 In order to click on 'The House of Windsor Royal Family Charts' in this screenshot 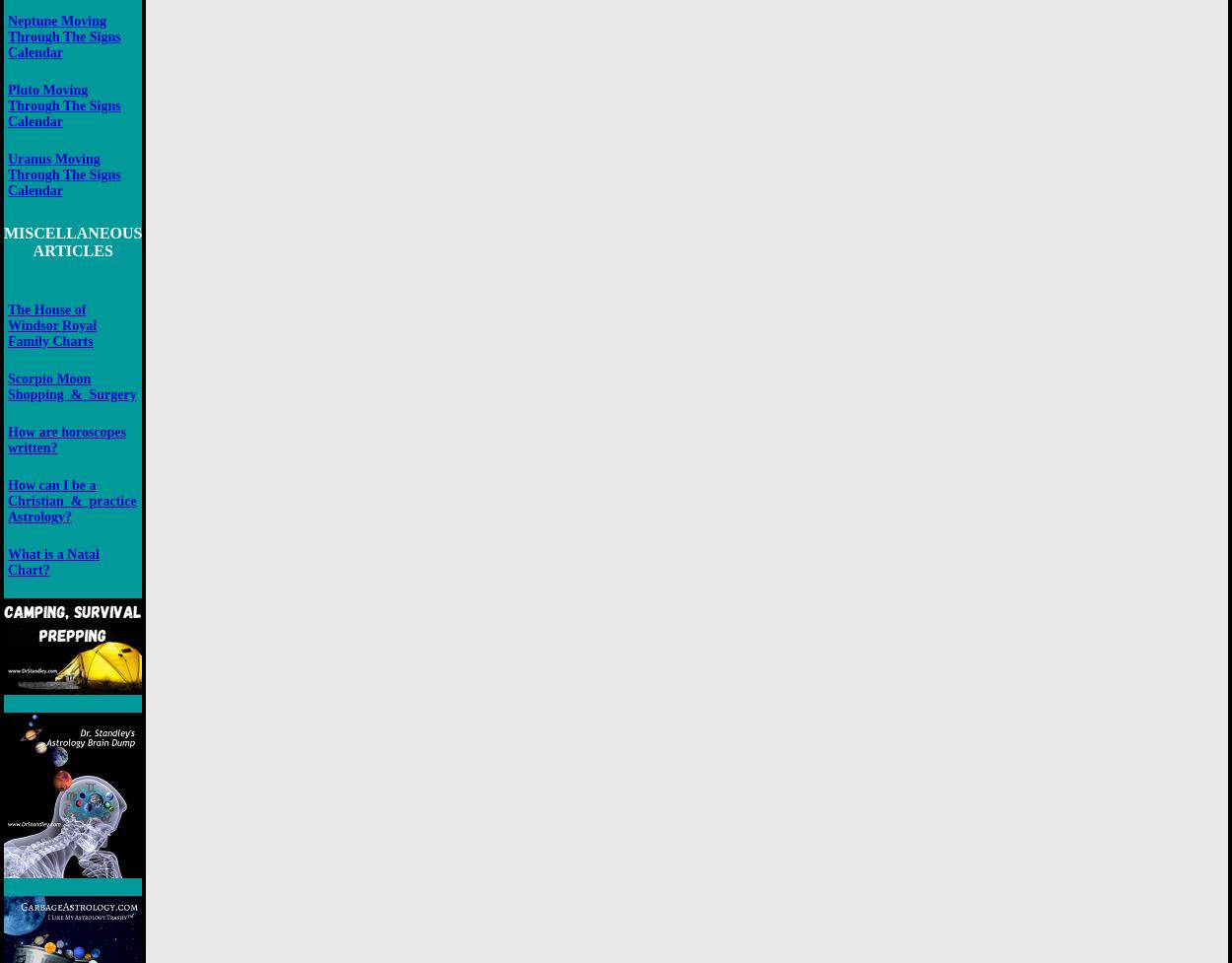, I will do `click(52, 324)`.